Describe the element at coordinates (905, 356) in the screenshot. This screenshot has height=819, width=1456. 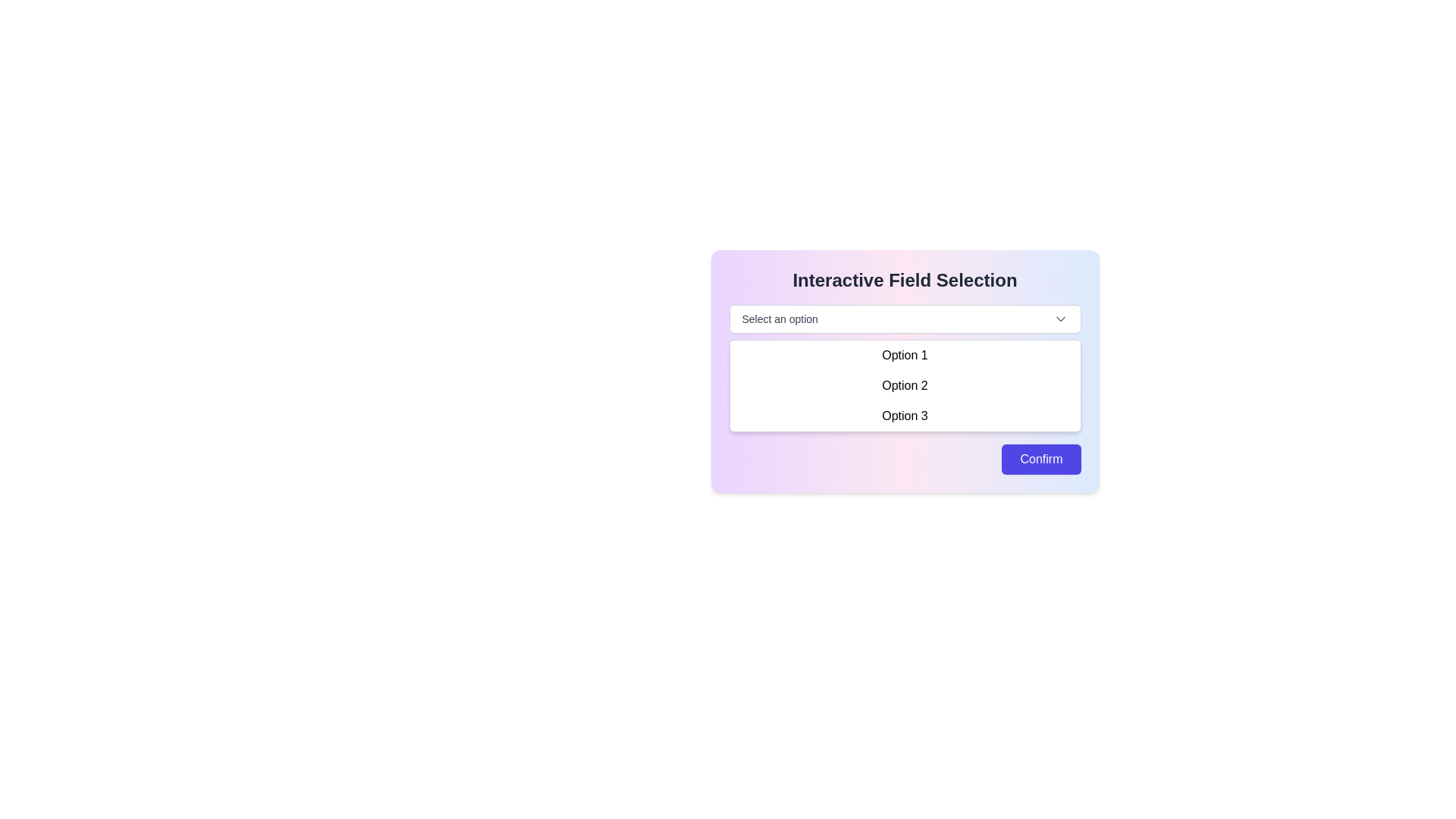
I see `the dropdown option labeled 'Option 1'` at that location.